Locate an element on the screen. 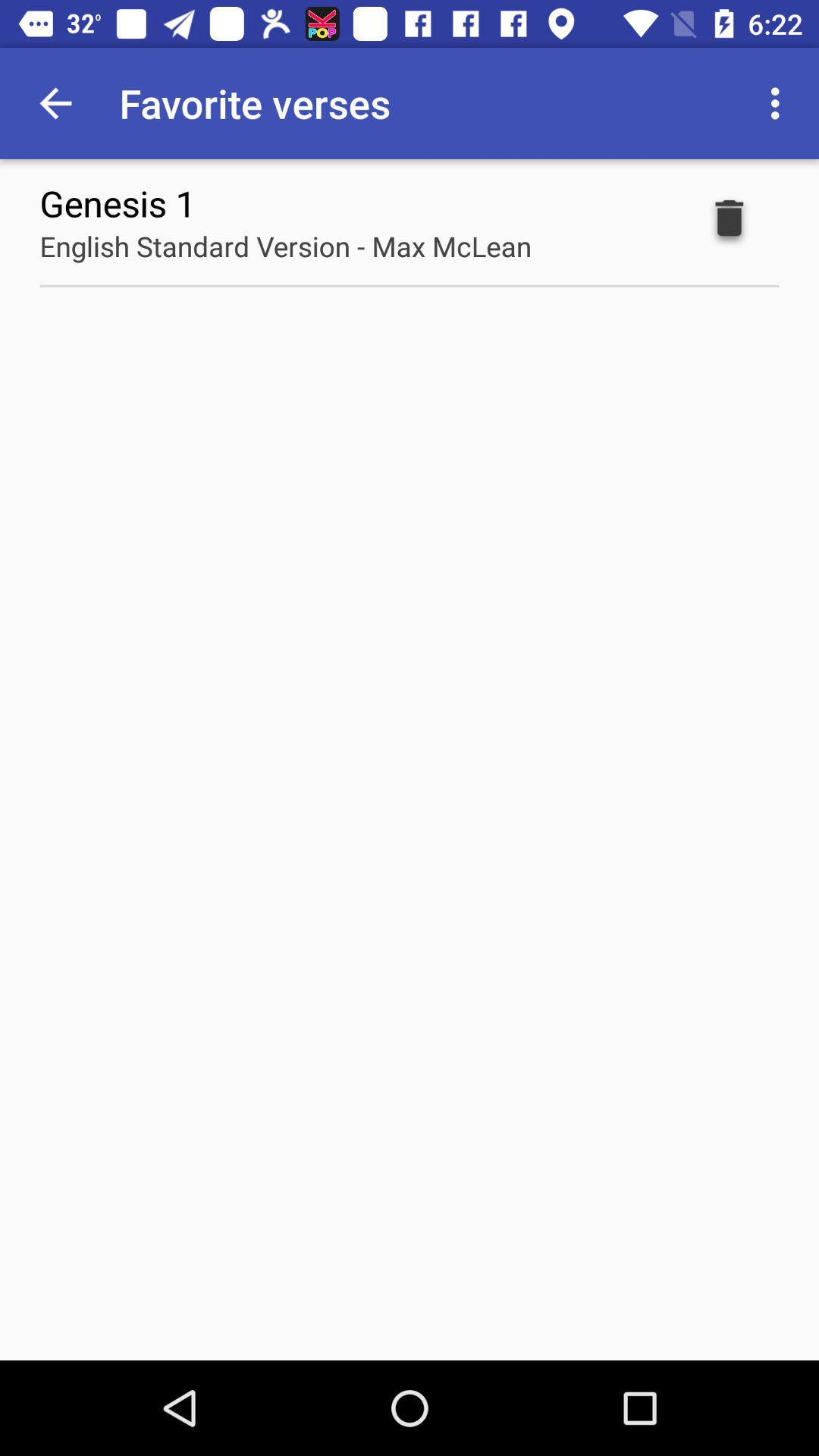 The image size is (819, 1456). the icon below the genesis 1 item is located at coordinates (285, 246).